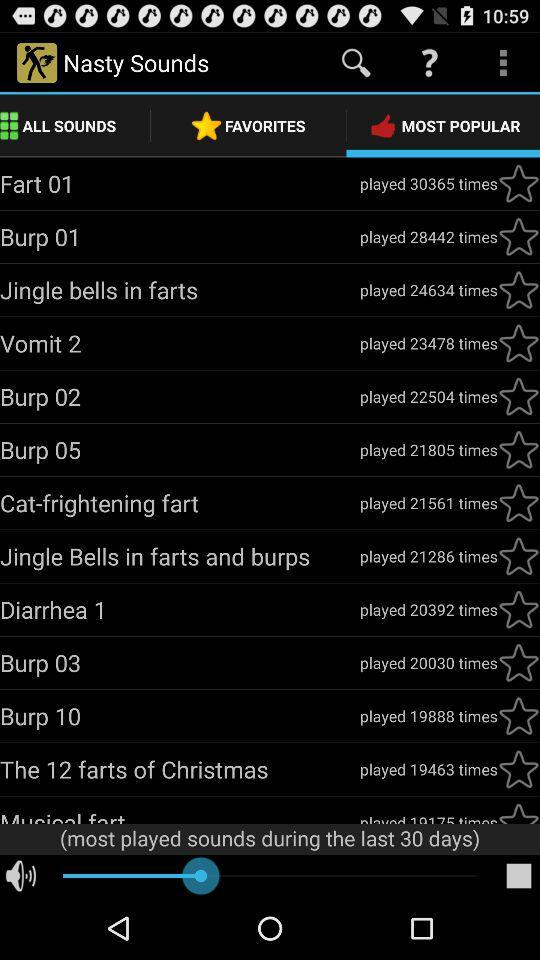 The width and height of the screenshot is (540, 960). Describe the element at coordinates (518, 716) in the screenshot. I see `icon button` at that location.